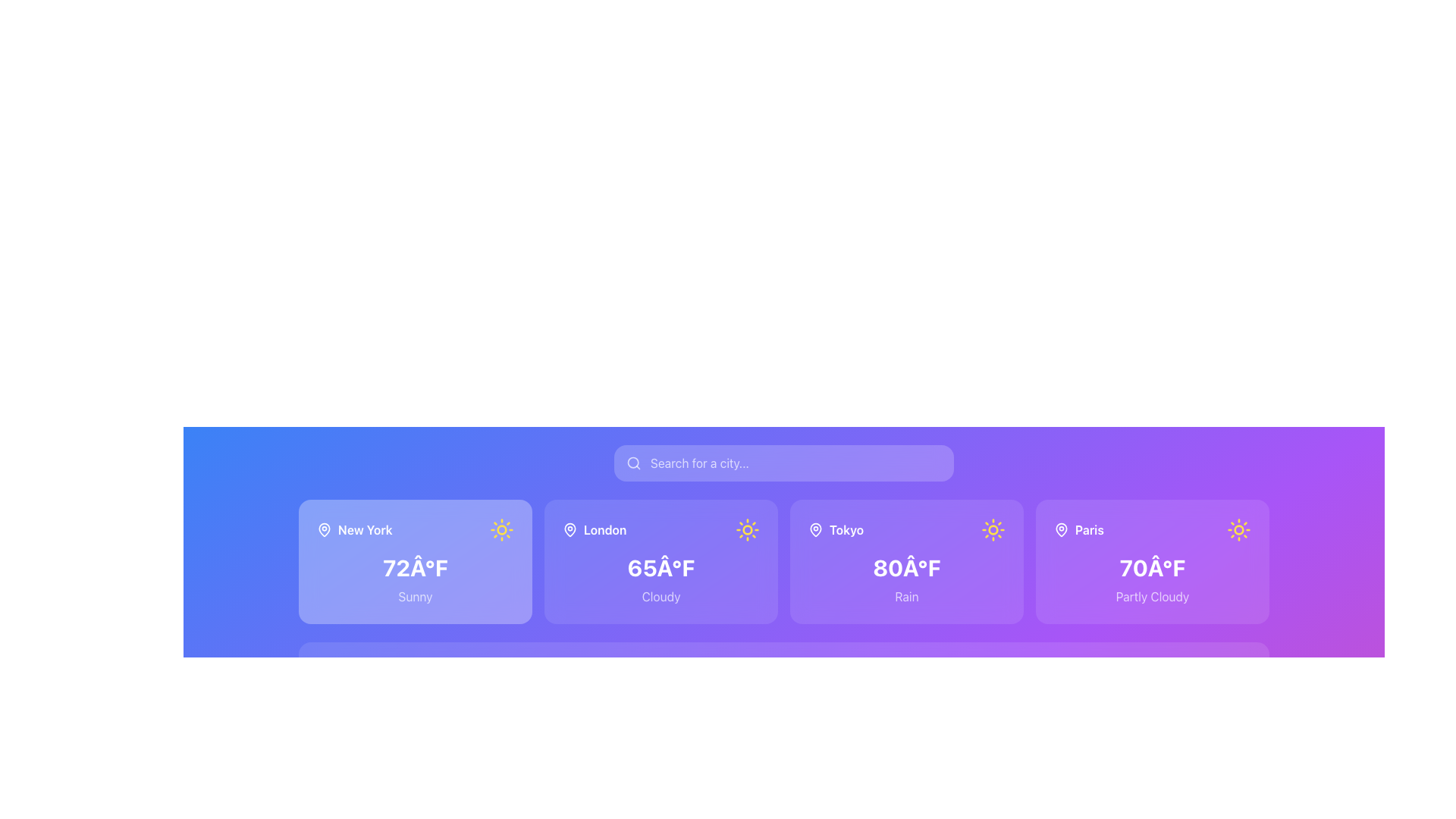 Image resolution: width=1456 pixels, height=819 pixels. What do you see at coordinates (814, 529) in the screenshot?
I see `the graphical representation of the pin icon located in the title section of the card identifying the city 'Tokyo', which is a white location marker icon positioned to the left of the city name text` at bounding box center [814, 529].